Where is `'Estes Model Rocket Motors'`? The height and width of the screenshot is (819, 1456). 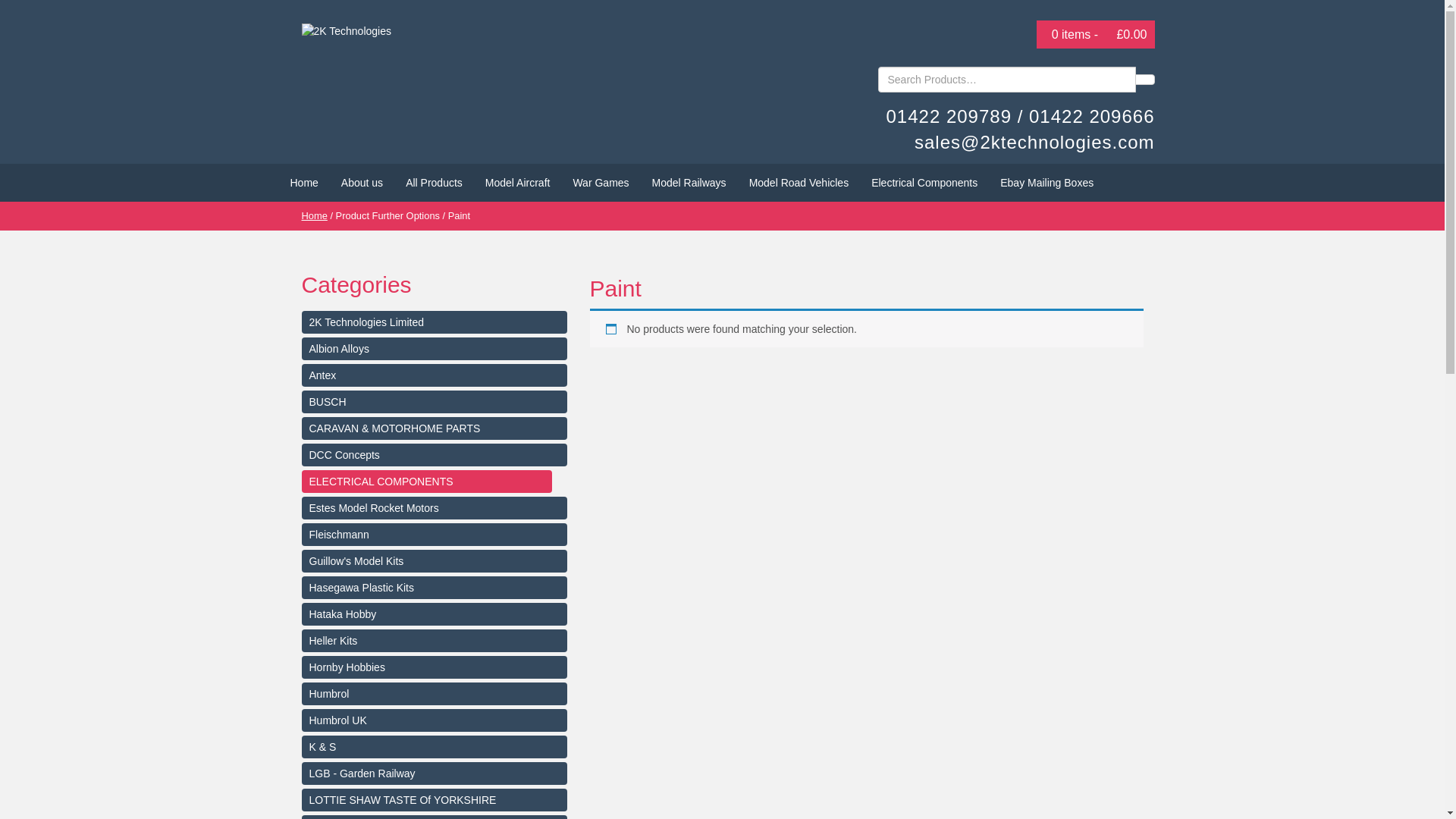 'Estes Model Rocket Motors' is located at coordinates (433, 508).